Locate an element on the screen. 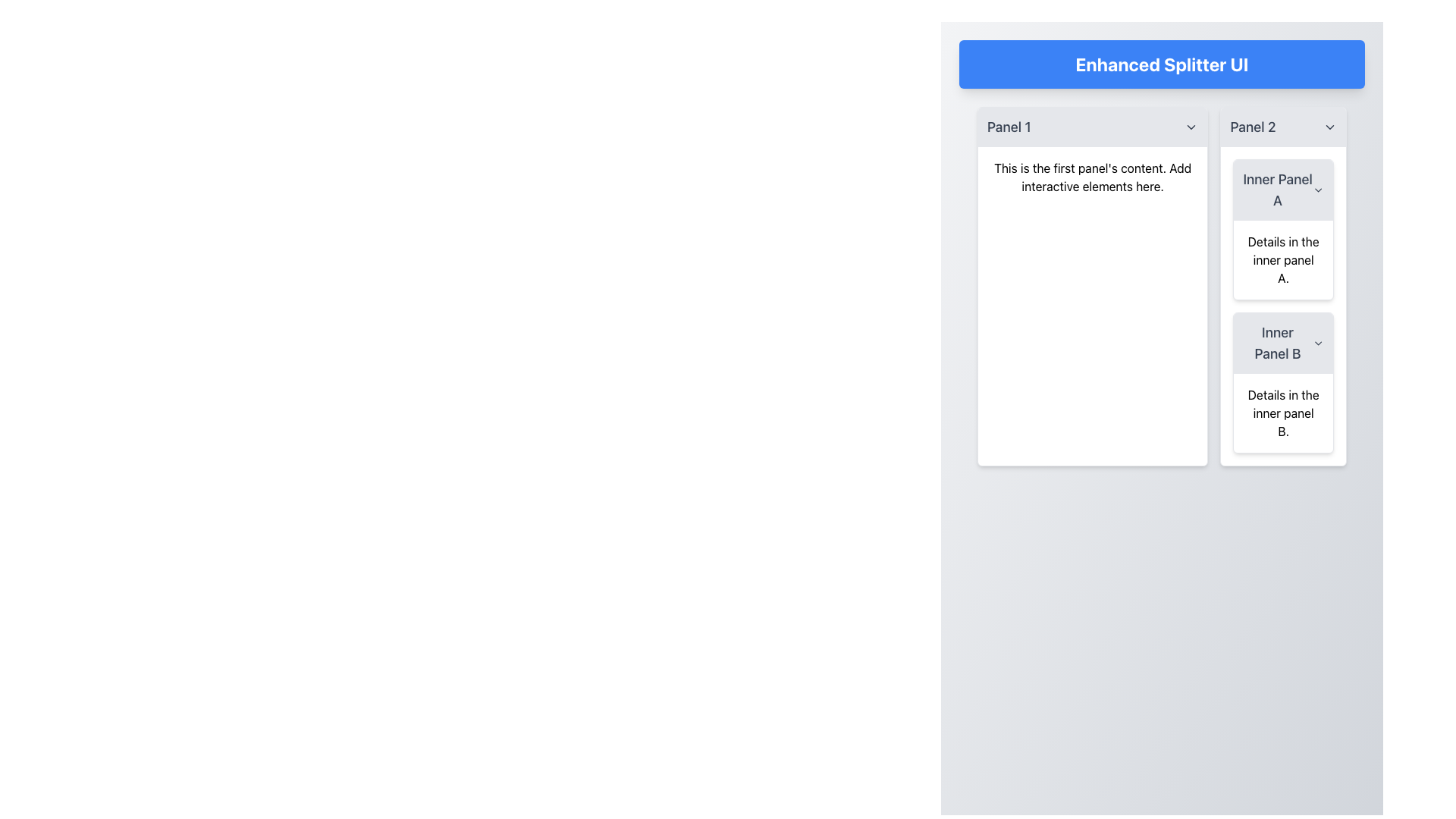  the upper card labeled 'Inner Panel A' in the right panel is located at coordinates (1282, 230).